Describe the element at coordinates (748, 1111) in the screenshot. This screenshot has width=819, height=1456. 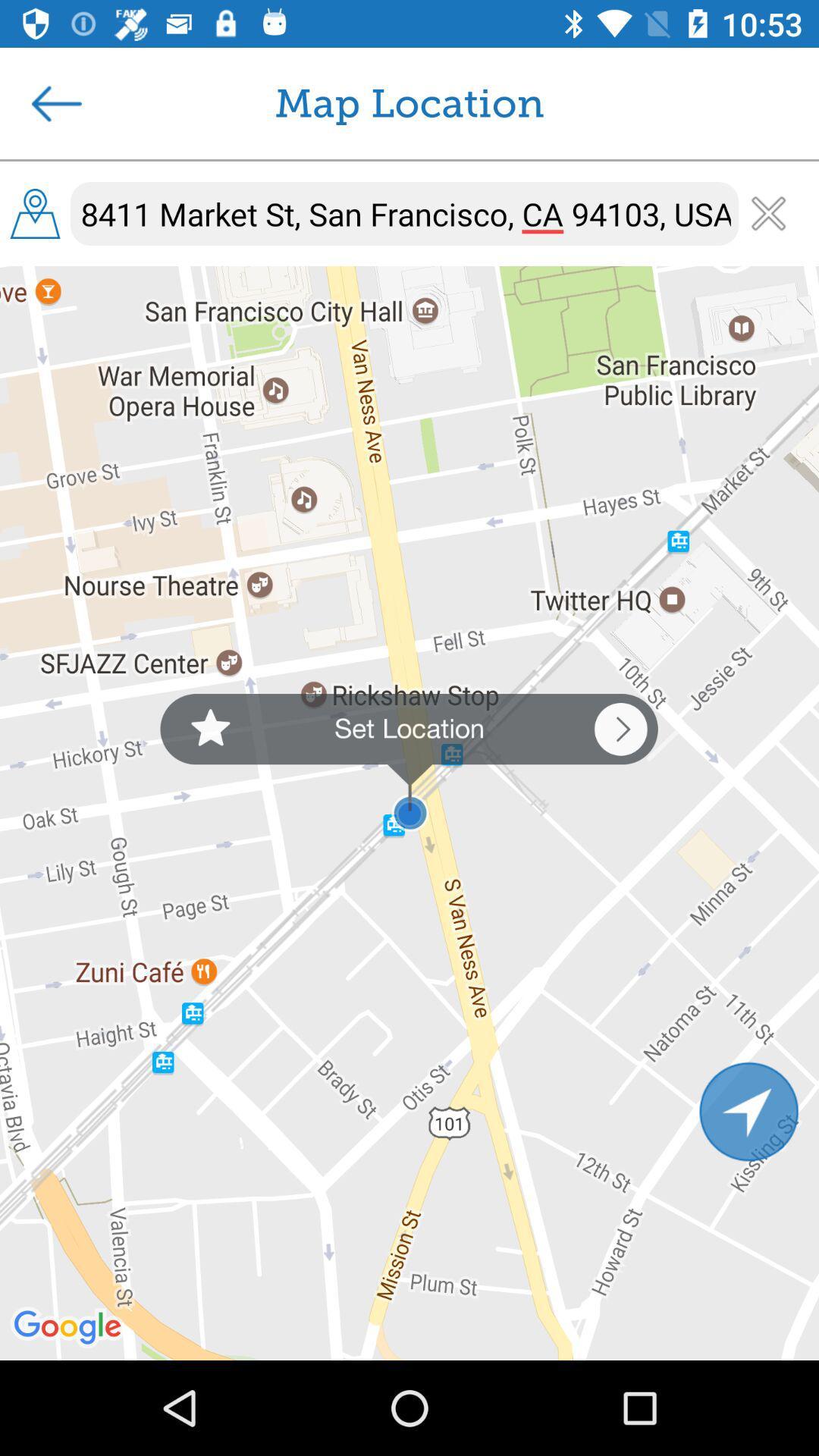
I see `the navigation icon` at that location.